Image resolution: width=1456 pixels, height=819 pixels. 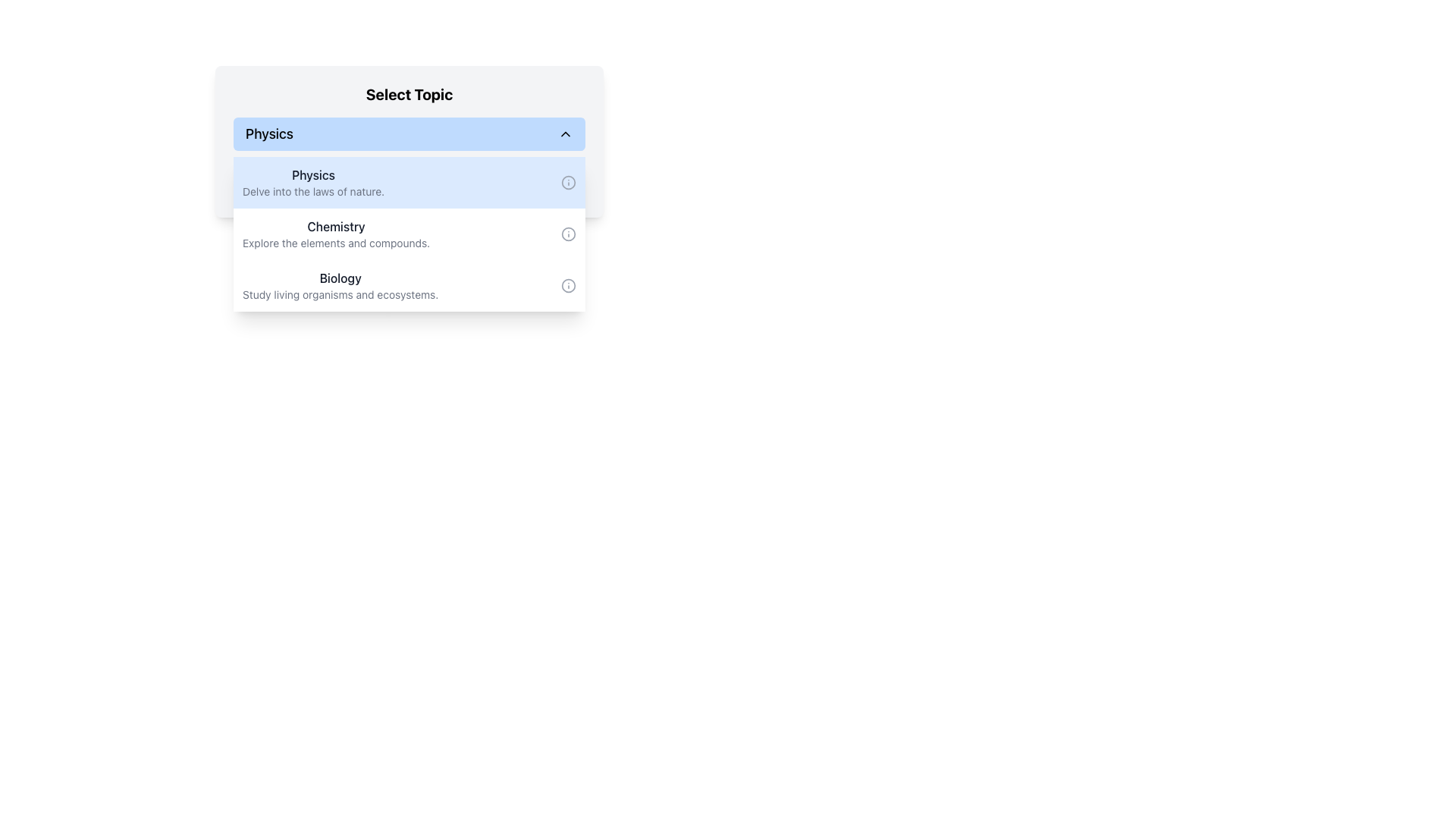 I want to click on the triangular downward-facing chevron icon located at the far right of the light blue button labeled 'Physics', so click(x=564, y=133).